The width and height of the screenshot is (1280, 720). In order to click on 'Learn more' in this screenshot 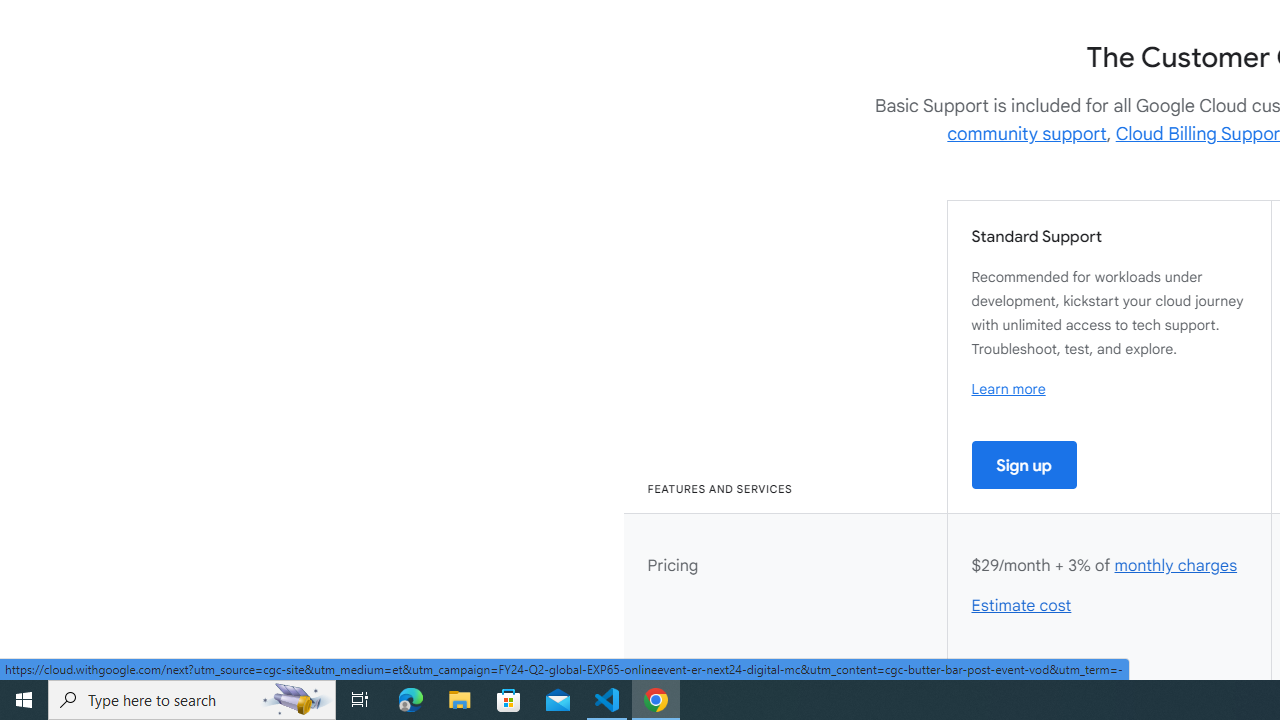, I will do `click(1008, 389)`.